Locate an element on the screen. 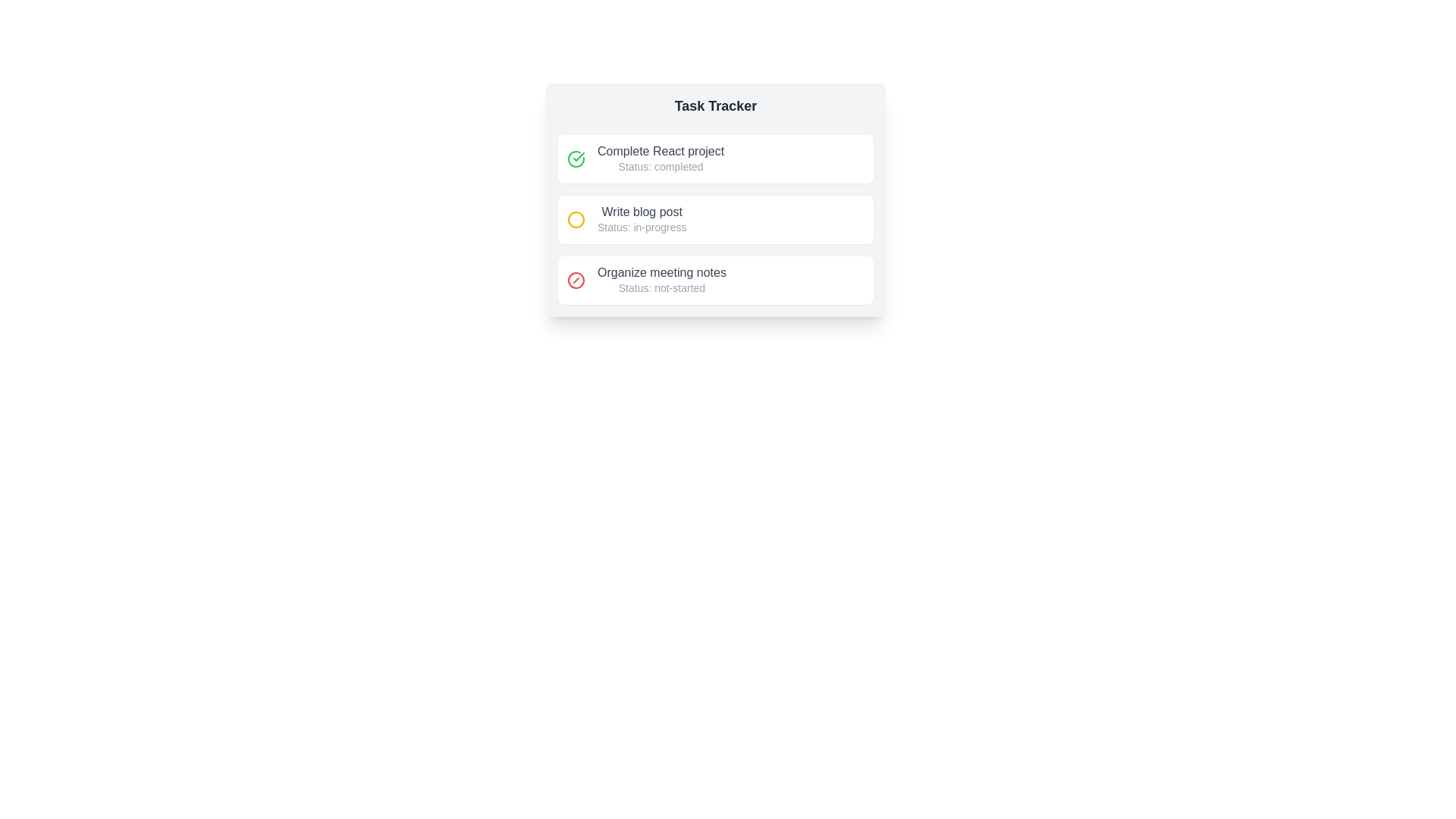 The height and width of the screenshot is (819, 1456). the green checkmark icon inside the circular outline, which indicates the completion status of the 'Complete React project' task in the task tracker interface is located at coordinates (578, 157).